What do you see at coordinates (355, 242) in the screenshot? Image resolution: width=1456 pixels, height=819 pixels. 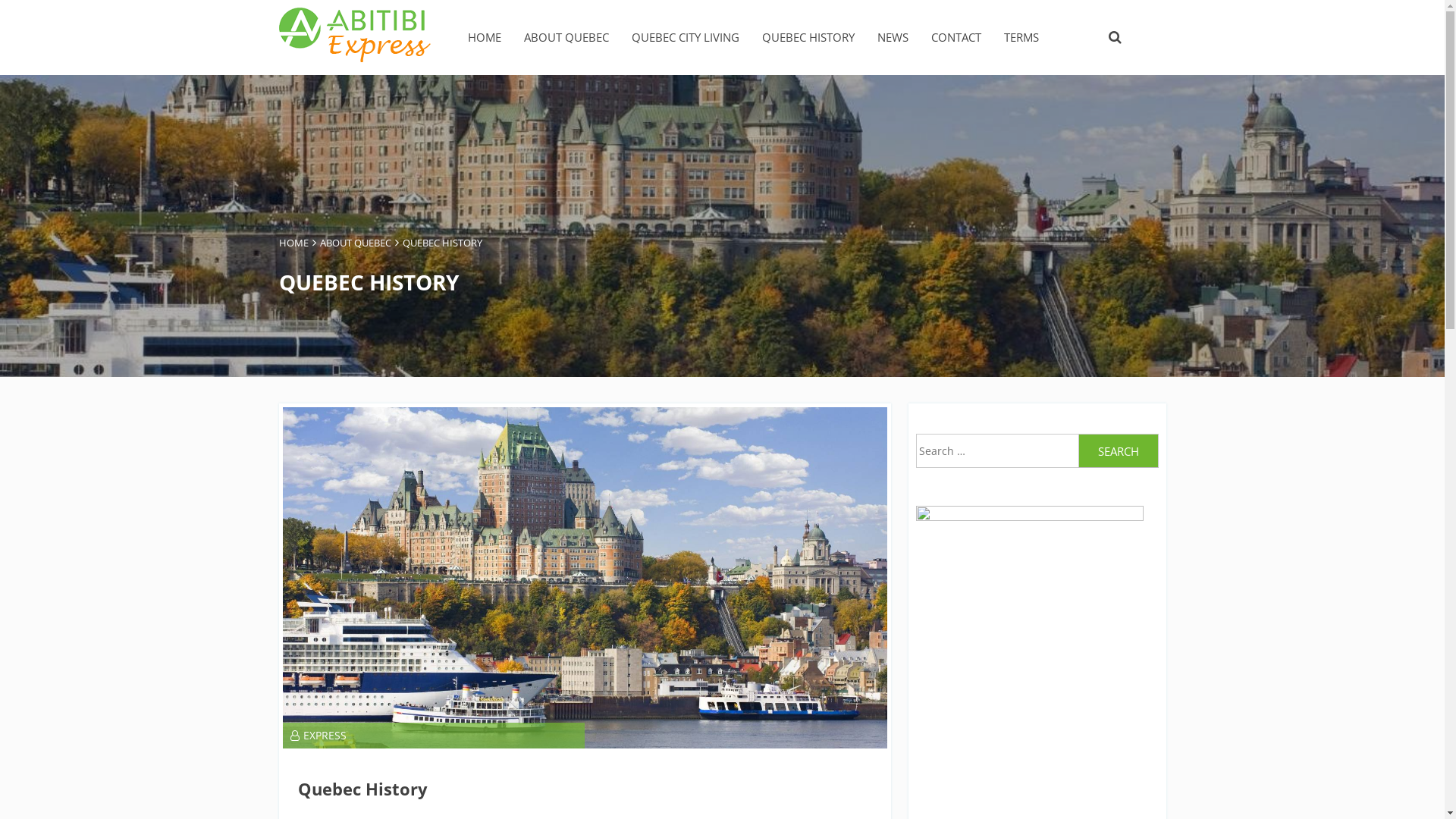 I see `'ABOUT QUEBEC'` at bounding box center [355, 242].